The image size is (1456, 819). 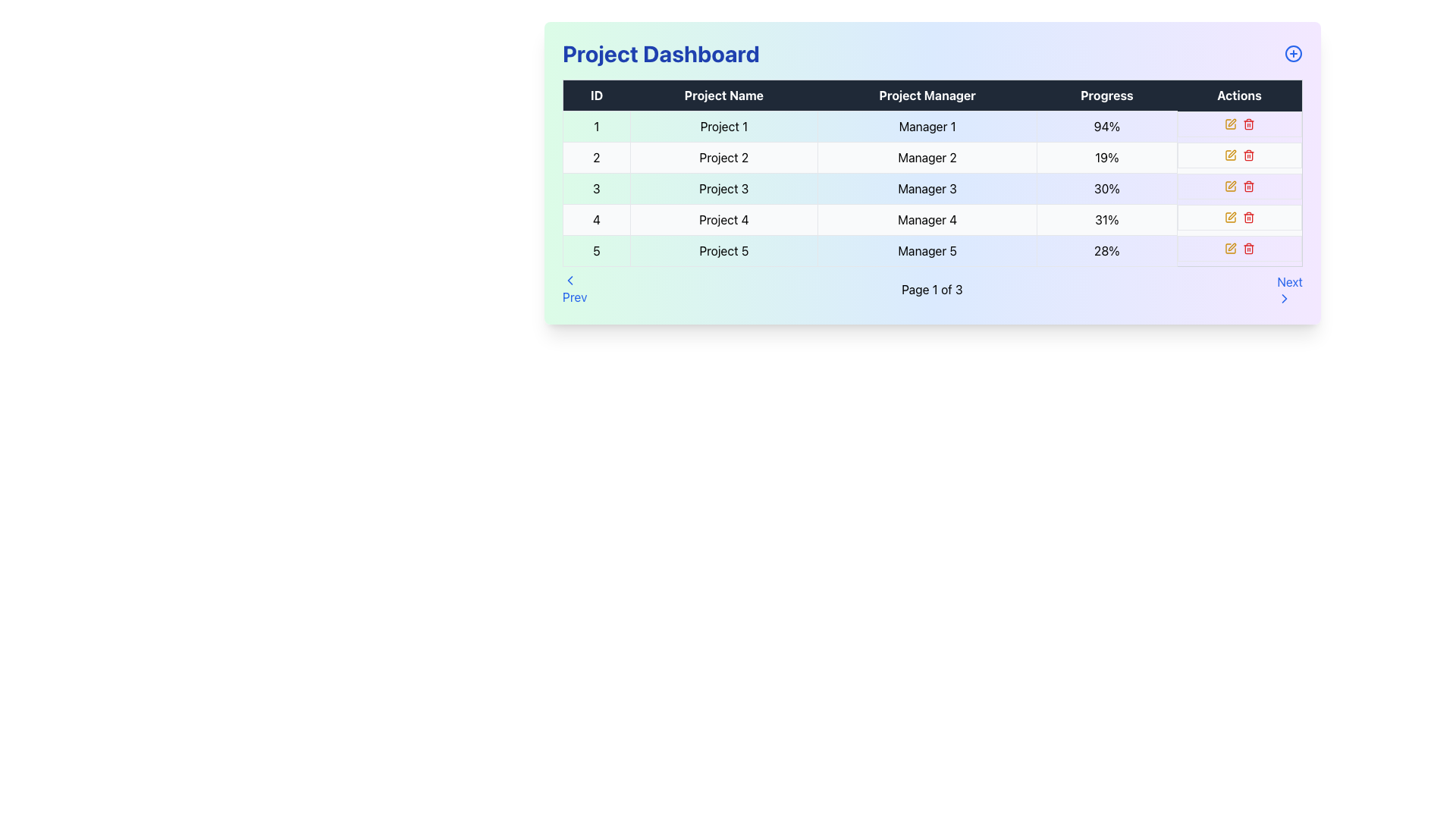 What do you see at coordinates (1106, 219) in the screenshot?
I see `the table cell displaying the progress percentage of 31% for 'Manager 4', located in the fourth row and fourth column of the table` at bounding box center [1106, 219].